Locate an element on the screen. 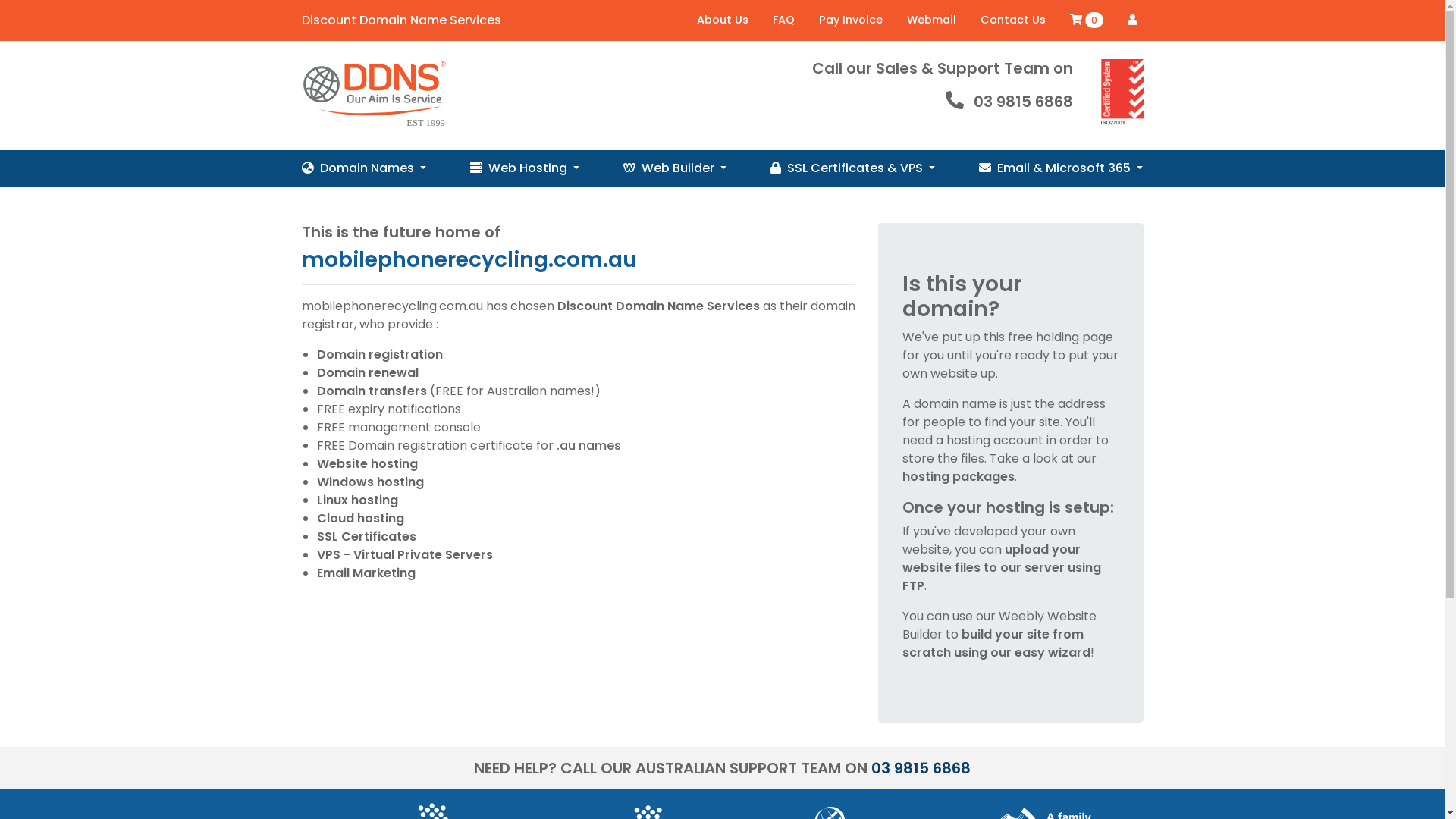  'hosting packages' is located at coordinates (902, 475).